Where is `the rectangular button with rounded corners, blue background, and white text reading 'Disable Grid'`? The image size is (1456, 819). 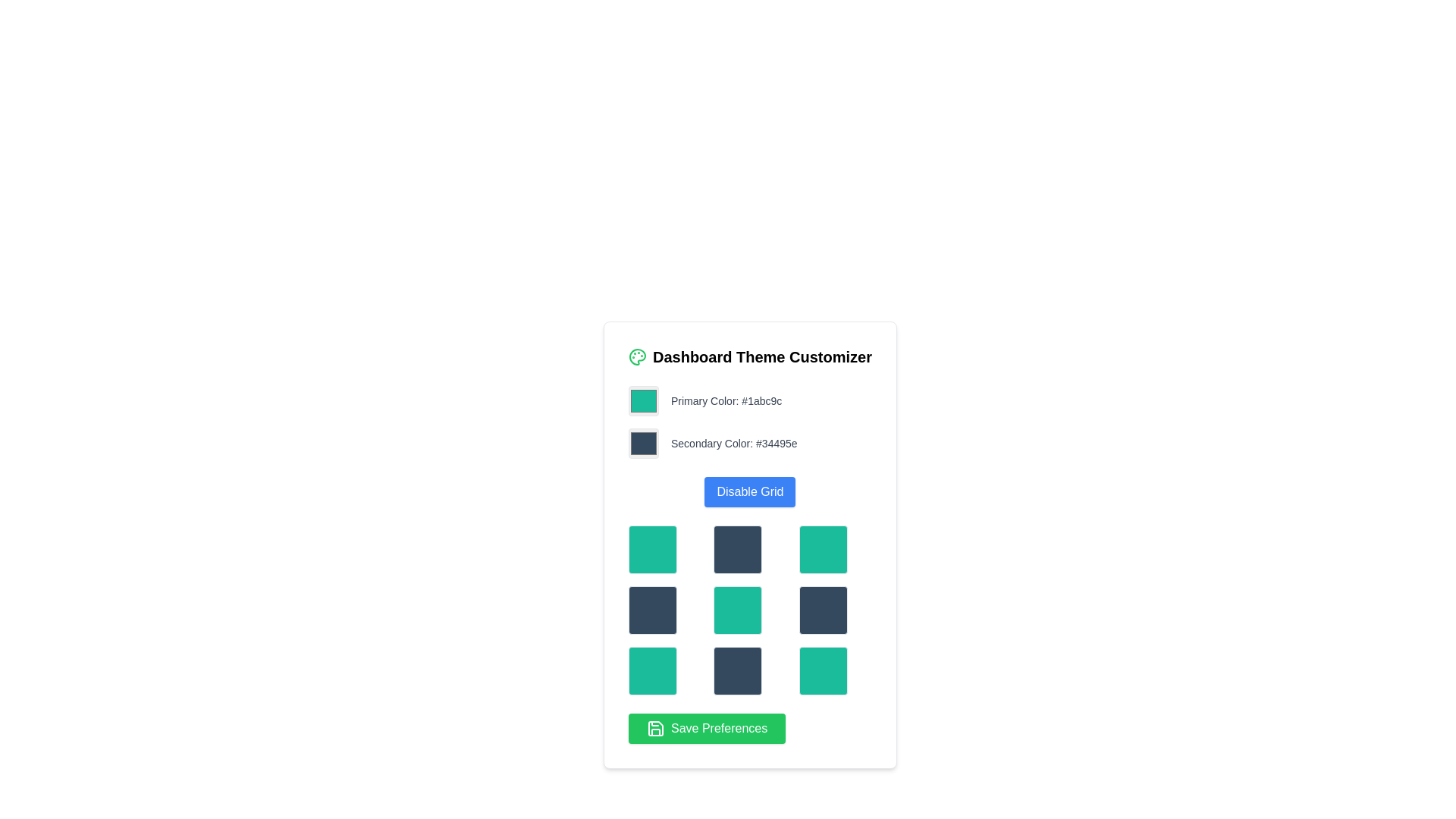 the rectangular button with rounded corners, blue background, and white text reading 'Disable Grid' is located at coordinates (750, 491).